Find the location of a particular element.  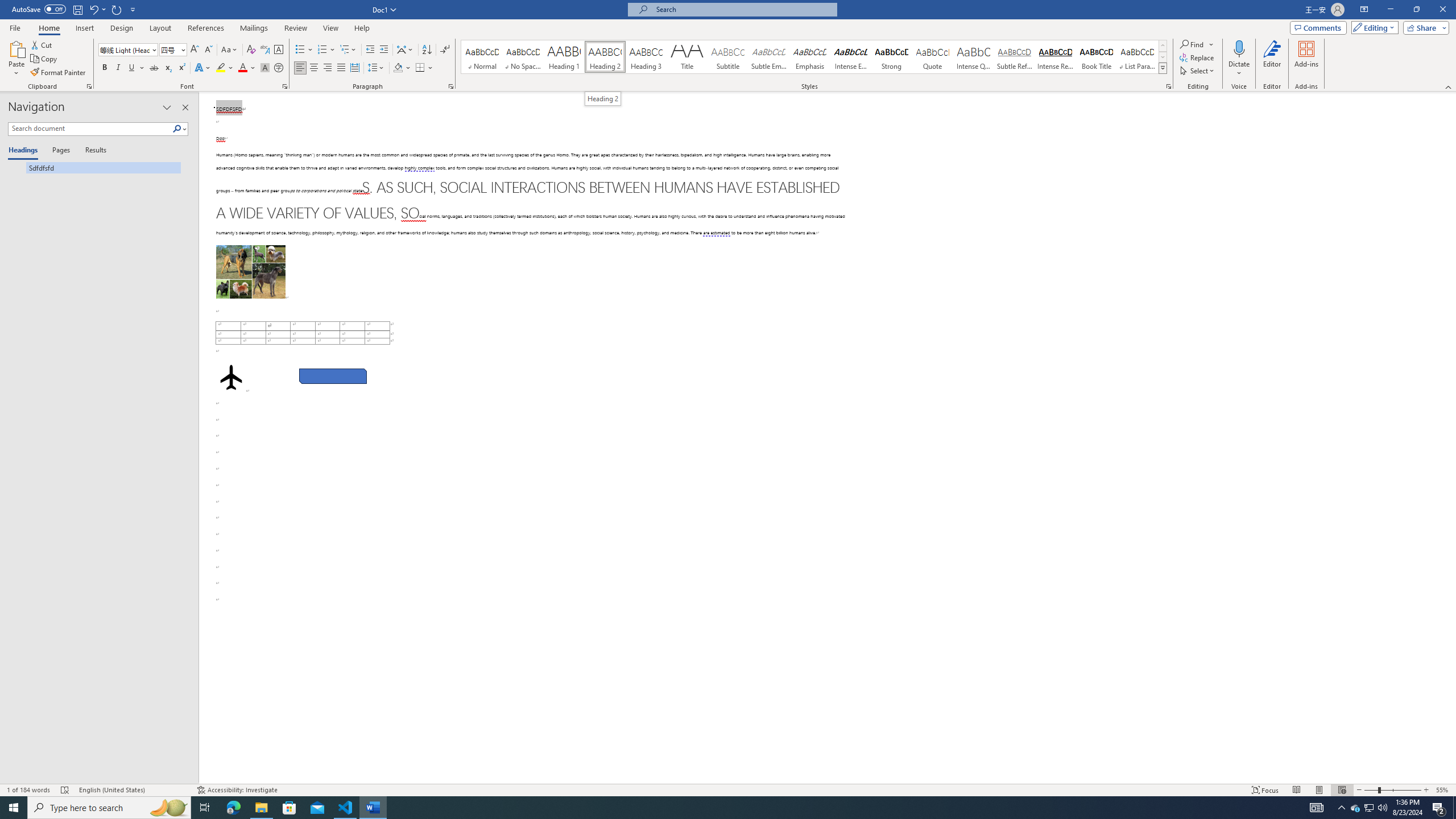

'Rectangle: Diagonal Corners Snipped 2' is located at coordinates (332, 375).